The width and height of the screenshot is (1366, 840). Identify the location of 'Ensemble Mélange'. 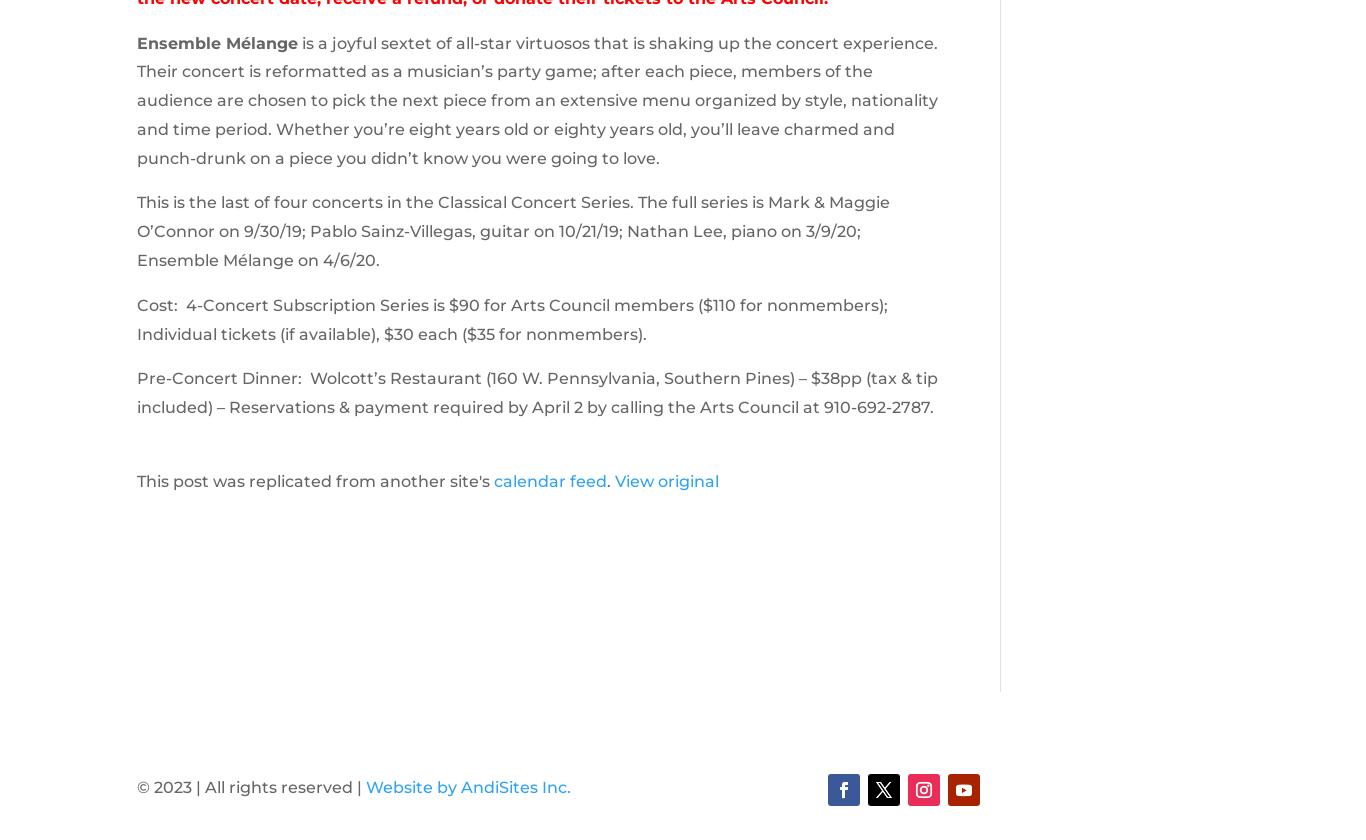
(215, 42).